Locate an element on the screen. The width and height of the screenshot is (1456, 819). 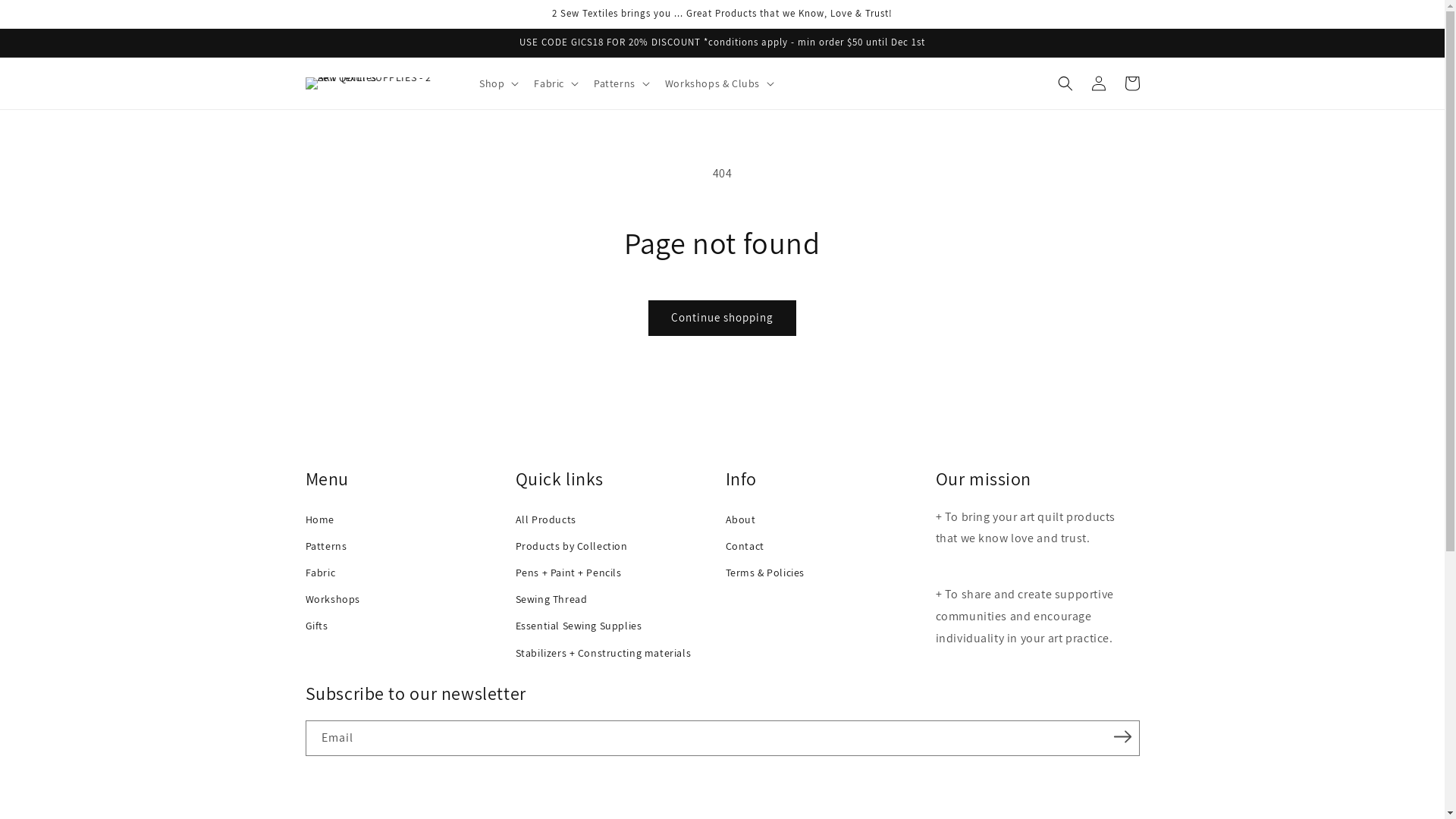
'Essential Sewing Supplies' is located at coordinates (516, 626).